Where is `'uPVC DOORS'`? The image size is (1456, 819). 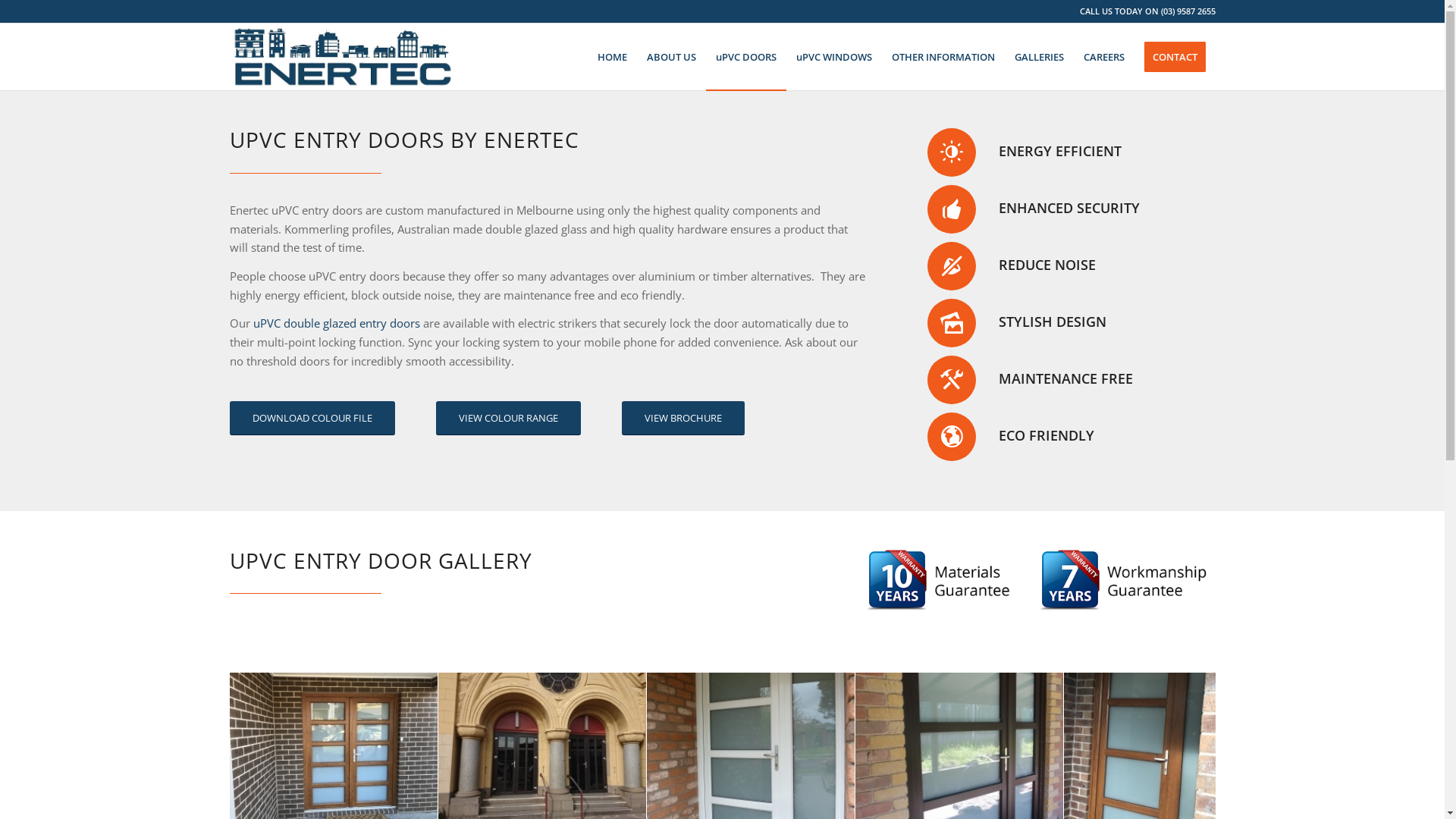 'uPVC DOORS' is located at coordinates (745, 55).